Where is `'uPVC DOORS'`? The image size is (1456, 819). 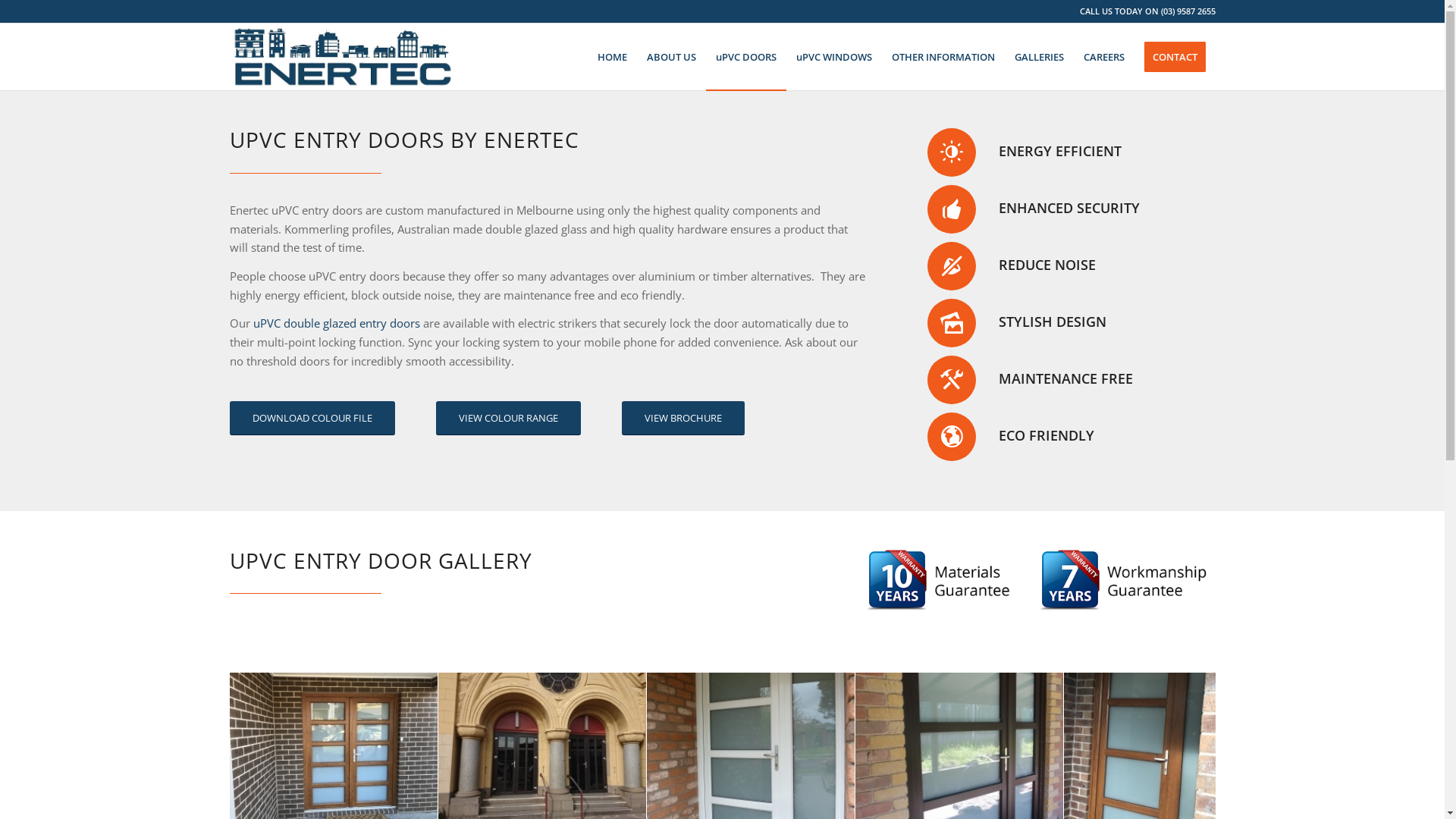 'uPVC DOORS' is located at coordinates (745, 55).